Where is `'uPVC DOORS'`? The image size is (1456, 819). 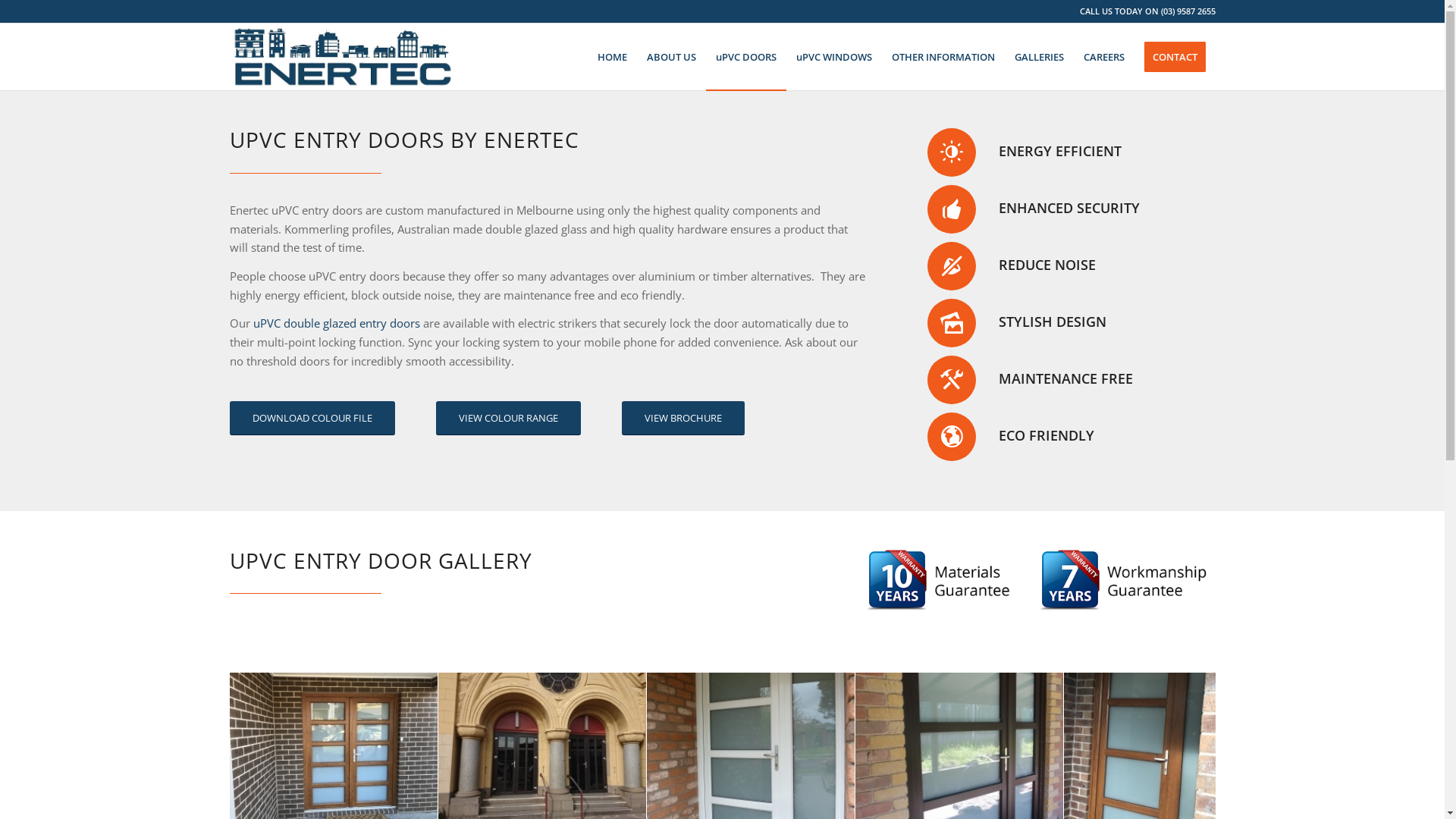 'uPVC DOORS' is located at coordinates (745, 55).